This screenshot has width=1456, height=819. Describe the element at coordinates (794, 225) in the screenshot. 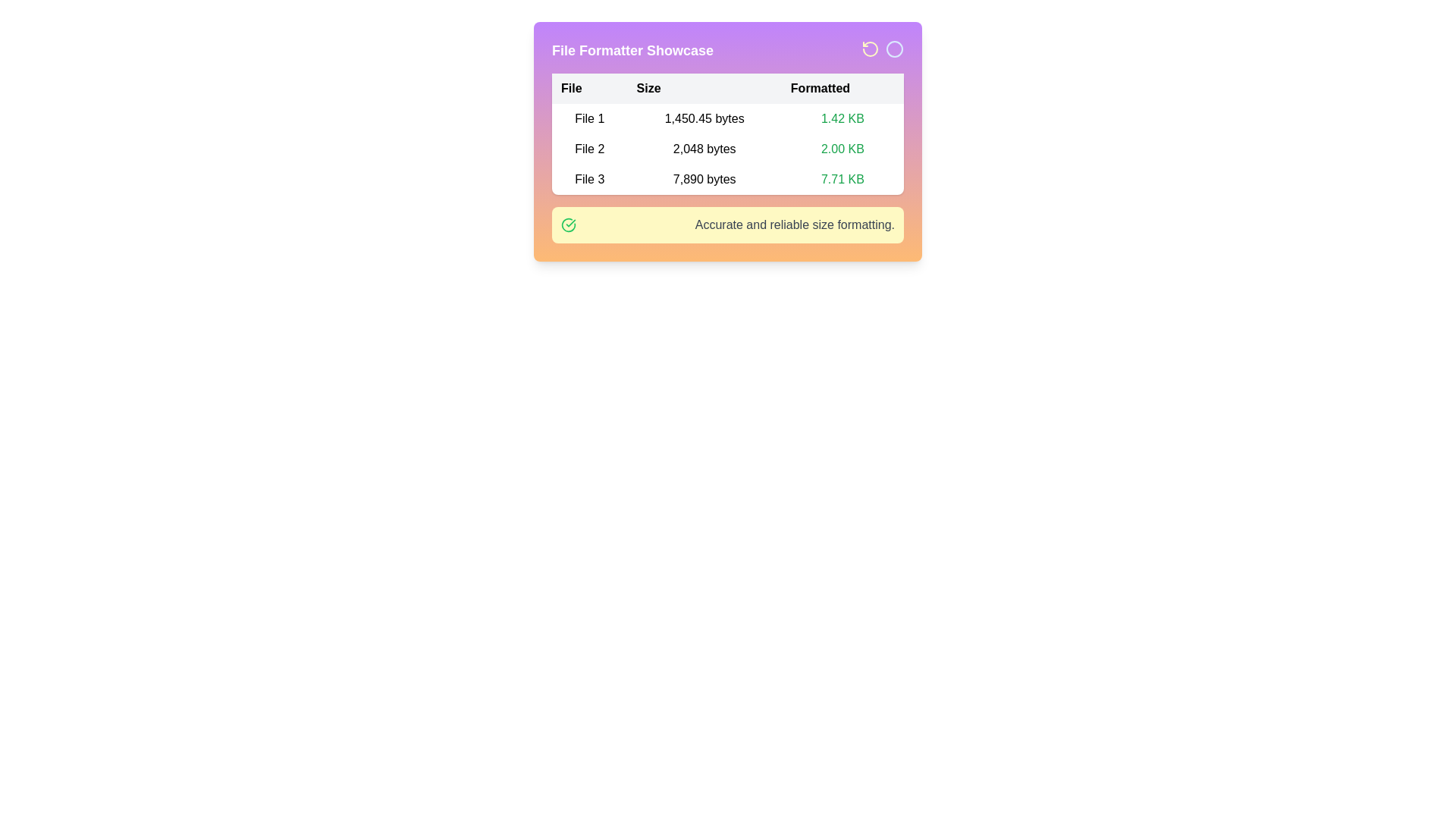

I see `the informational text label that describes the functionality or benefit of the associated component, positioned to the right of a green checkmark icon` at that location.